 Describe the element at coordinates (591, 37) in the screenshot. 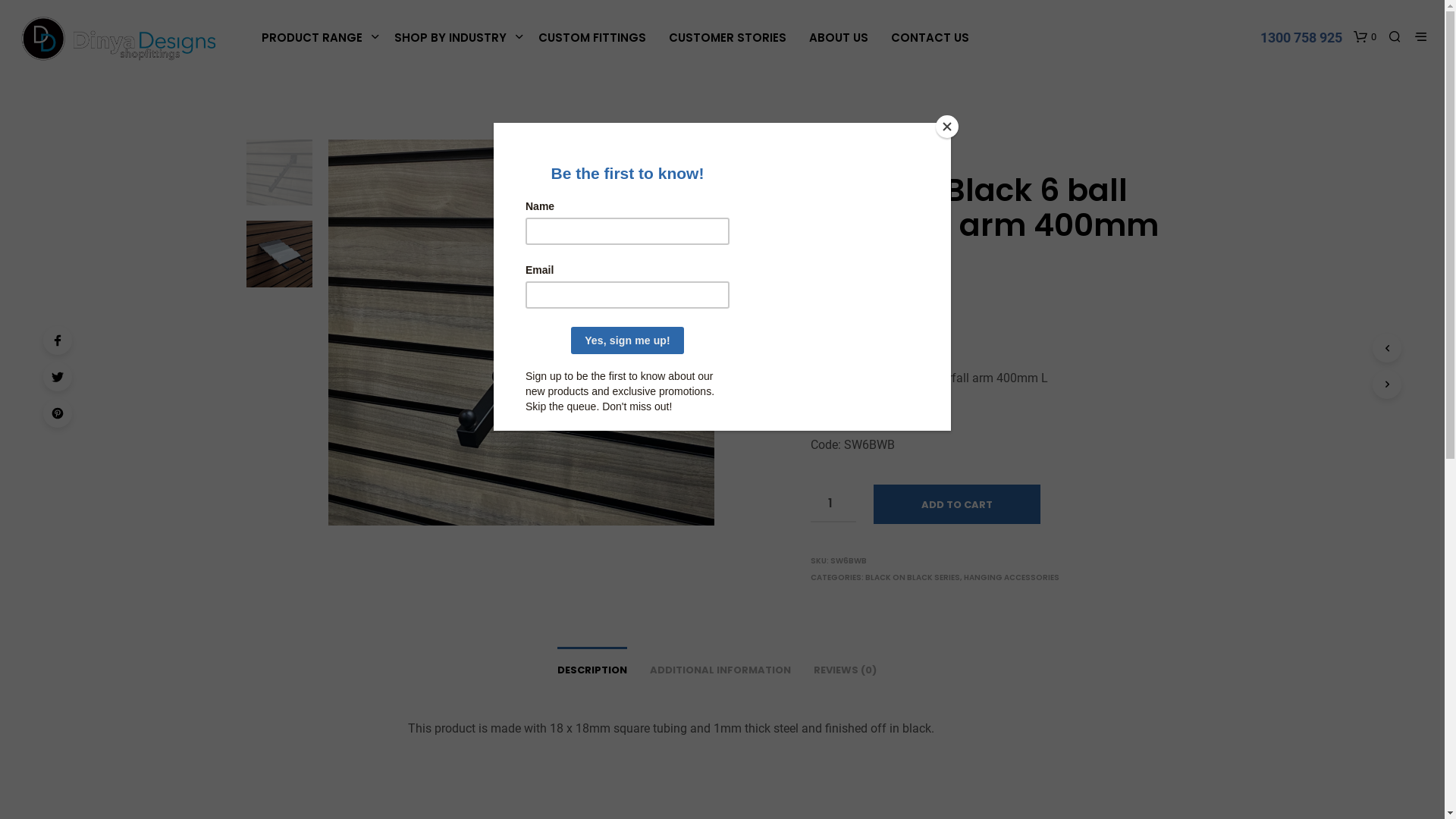

I see `'CUSTOM FITTINGS'` at that location.